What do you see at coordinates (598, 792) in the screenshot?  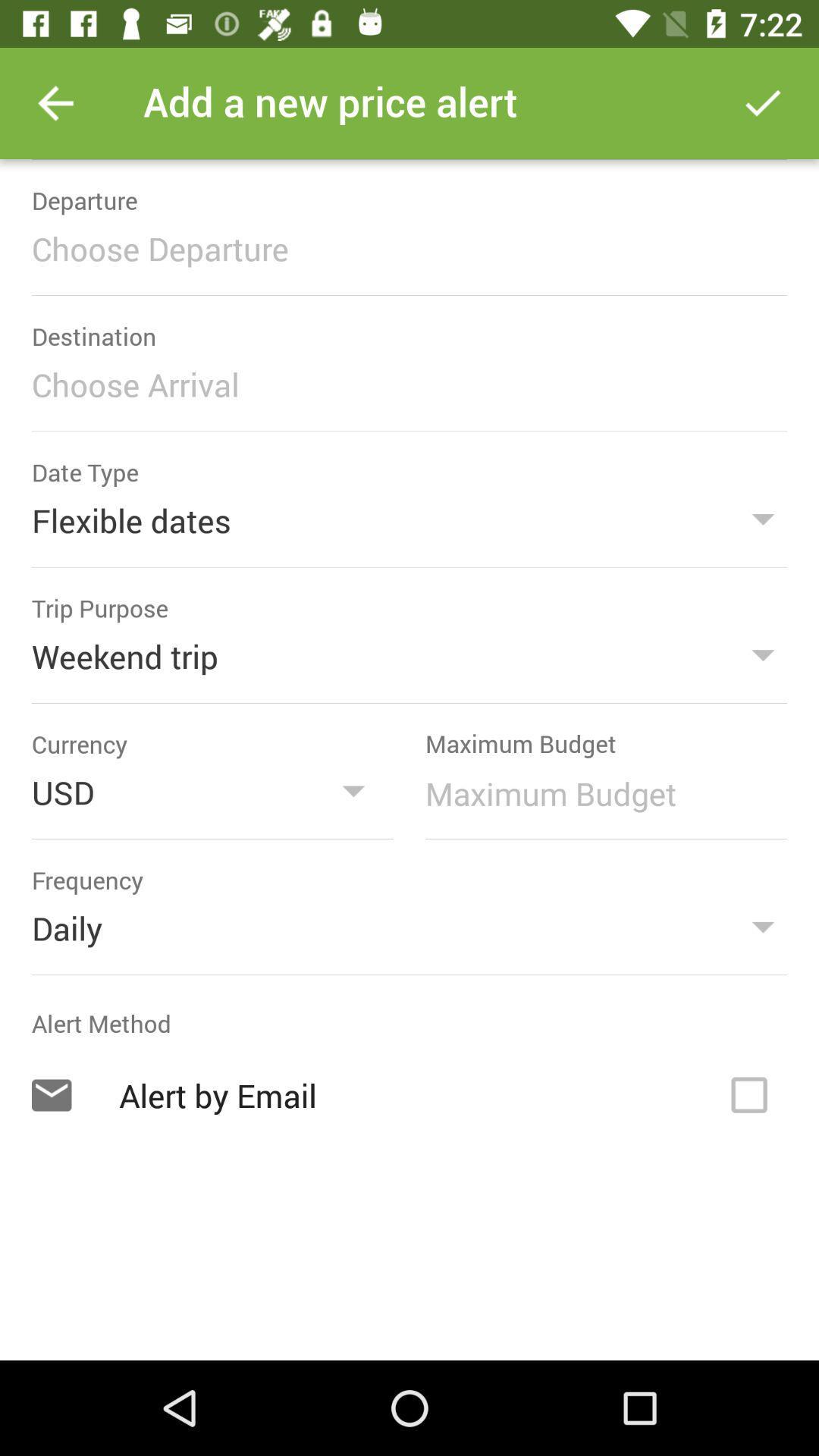 I see `maximum budget amount` at bounding box center [598, 792].